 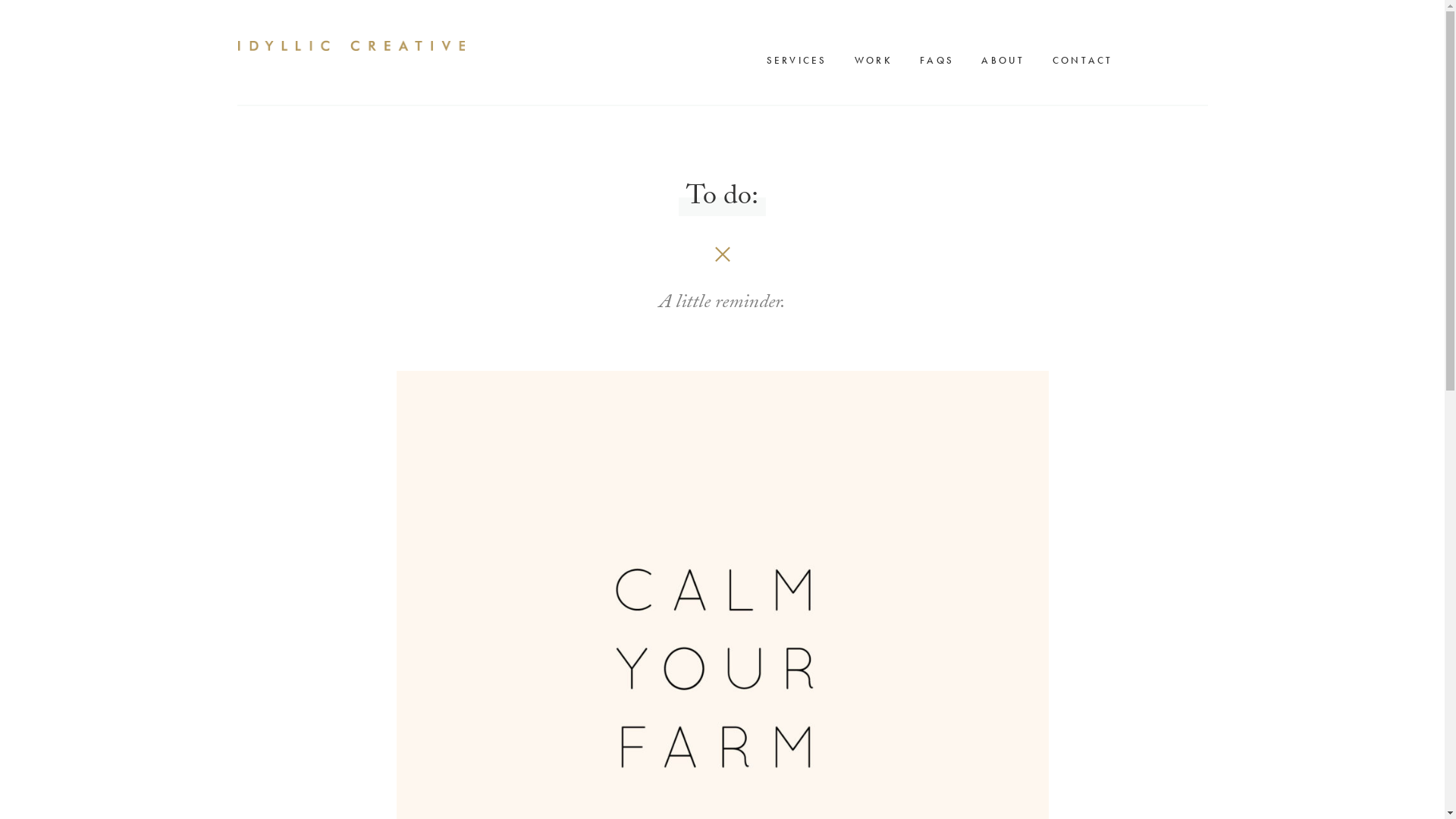 What do you see at coordinates (973, 59) in the screenshot?
I see `'ABOUT'` at bounding box center [973, 59].